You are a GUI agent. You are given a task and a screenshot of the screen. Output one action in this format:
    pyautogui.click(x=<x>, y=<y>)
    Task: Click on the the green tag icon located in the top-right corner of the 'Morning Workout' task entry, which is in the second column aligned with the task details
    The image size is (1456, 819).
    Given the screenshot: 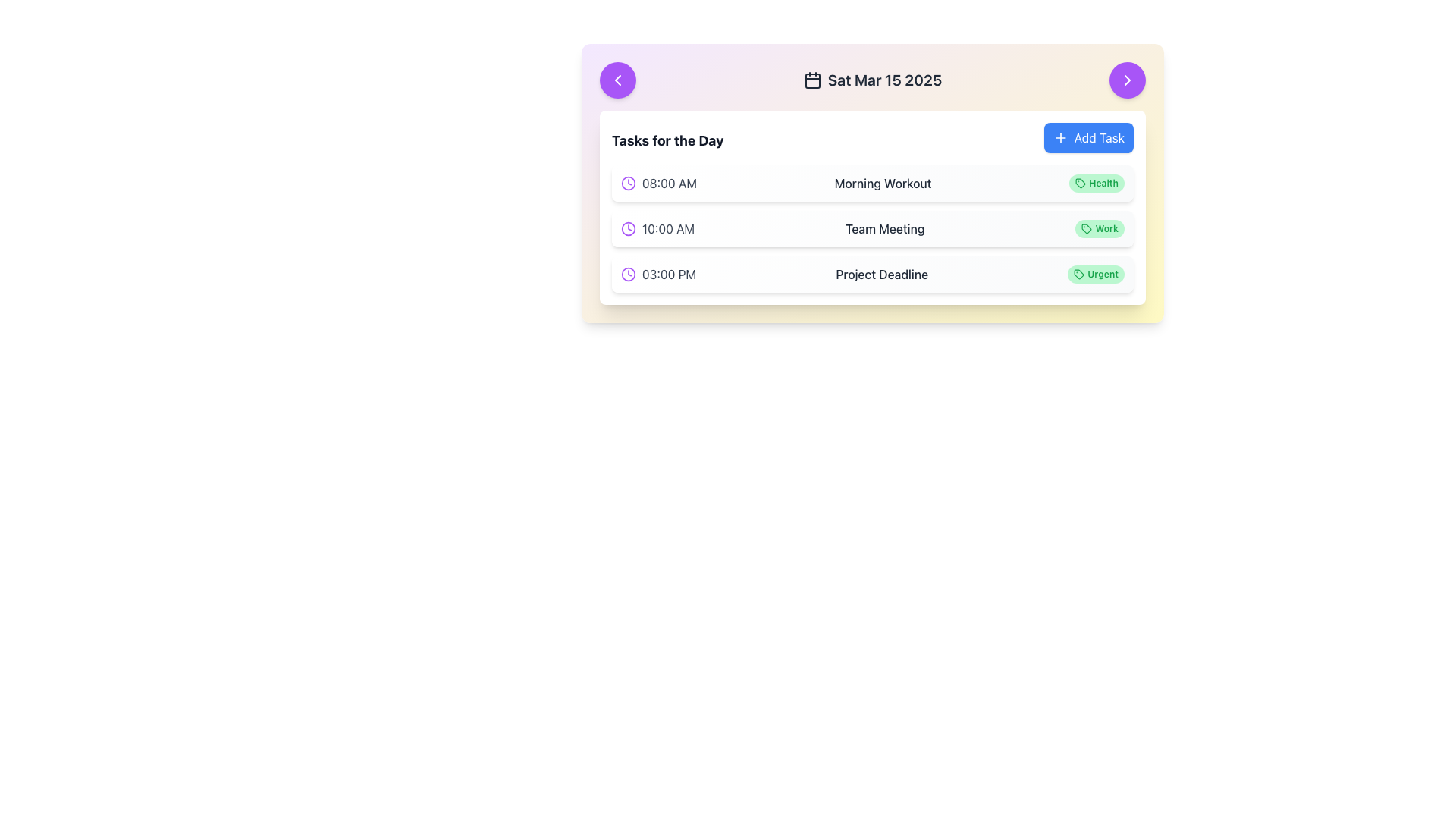 What is the action you would take?
    pyautogui.click(x=1080, y=183)
    